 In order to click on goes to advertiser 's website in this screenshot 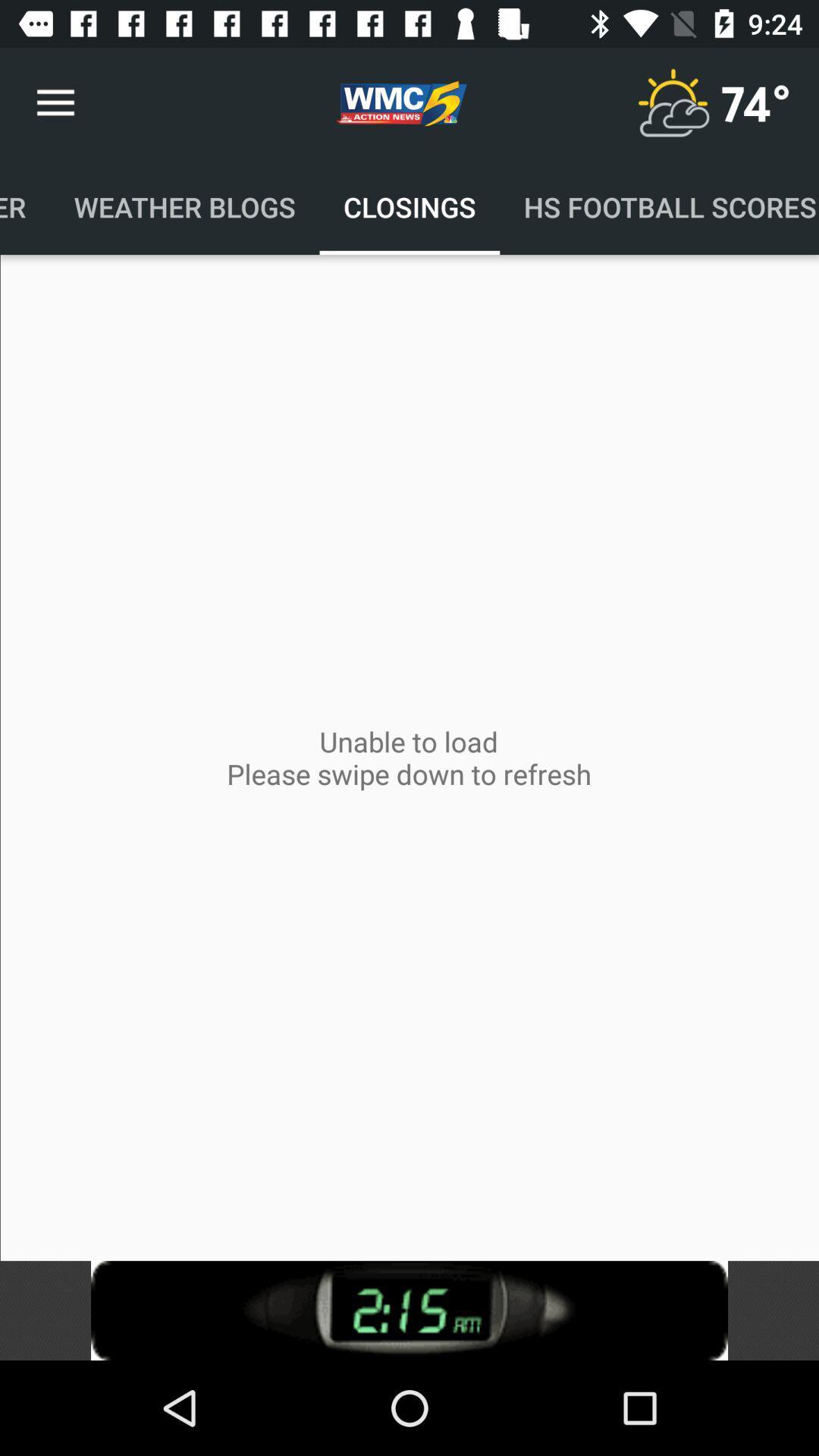, I will do `click(409, 1310)`.